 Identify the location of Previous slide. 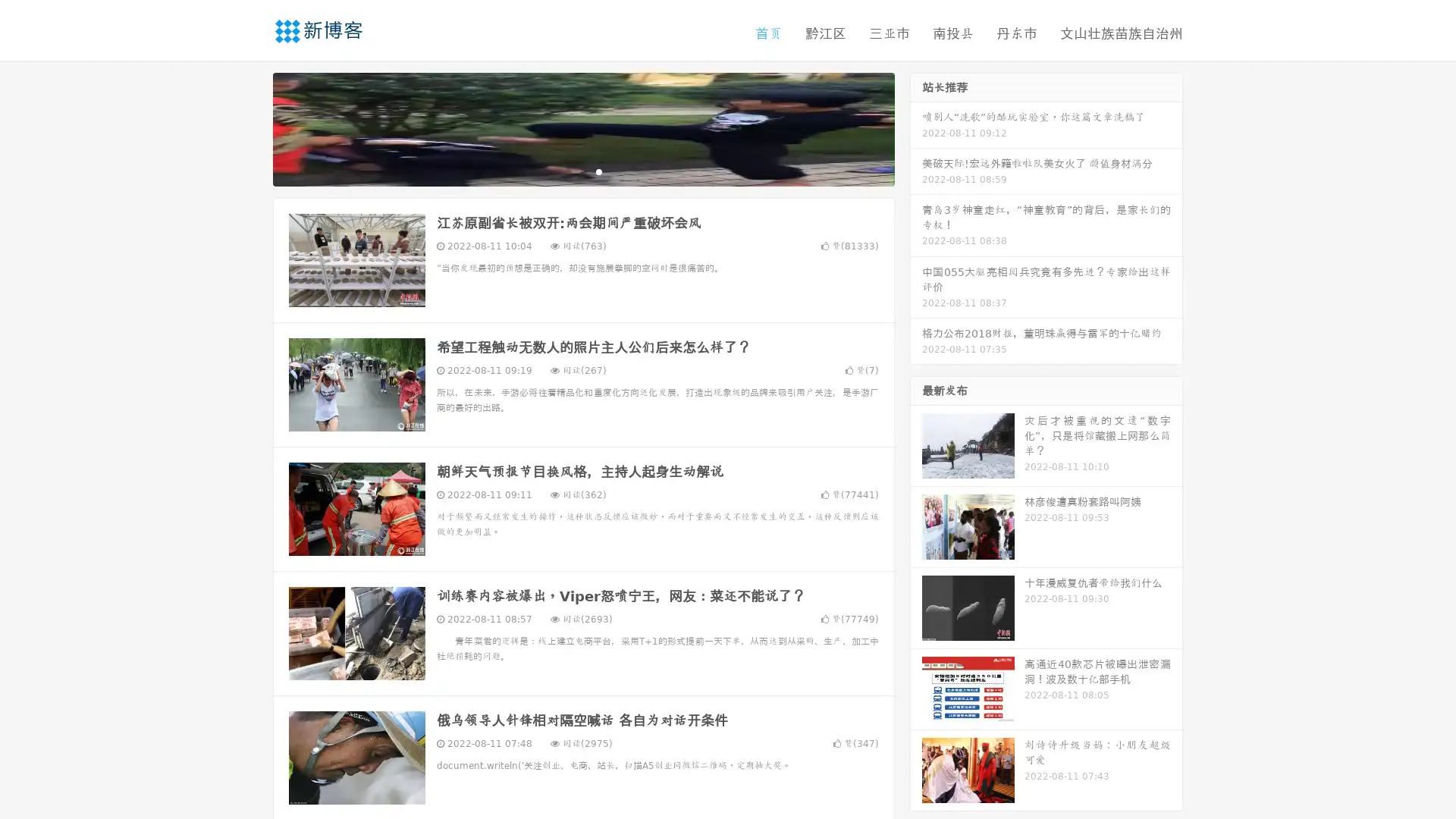
(250, 127).